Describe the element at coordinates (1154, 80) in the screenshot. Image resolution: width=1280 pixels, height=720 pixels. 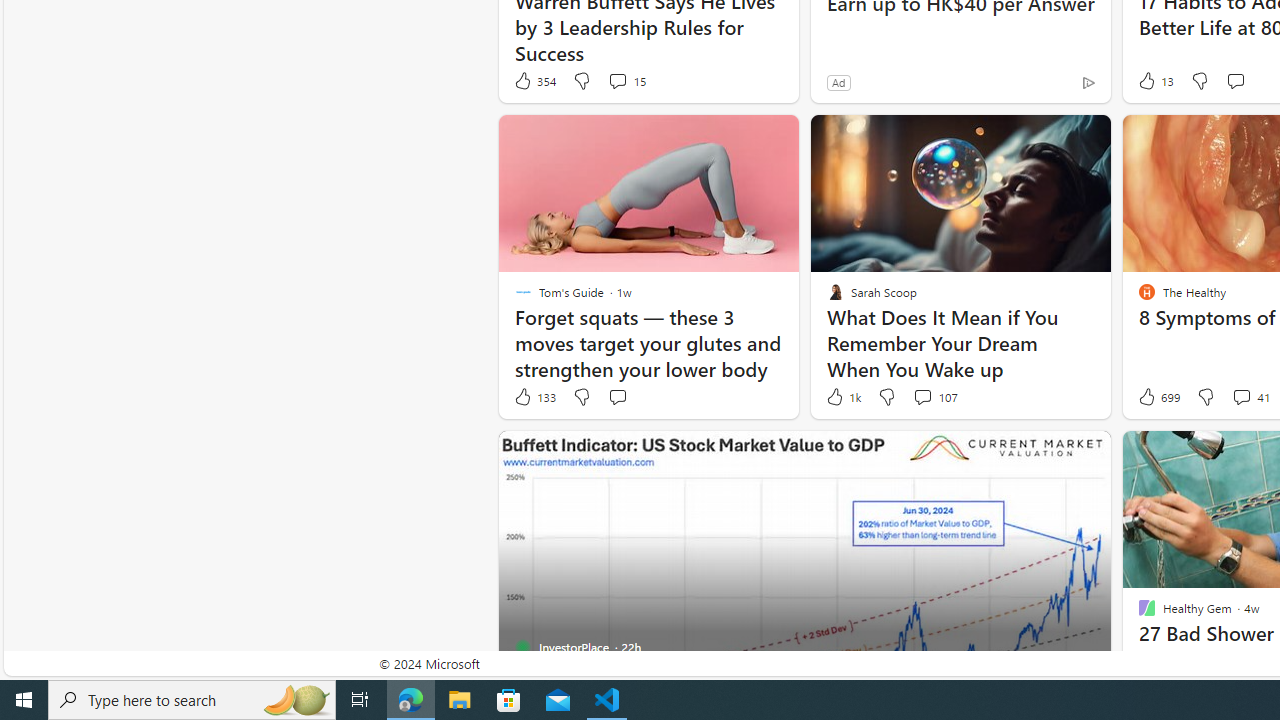
I see `'13 Like'` at that location.